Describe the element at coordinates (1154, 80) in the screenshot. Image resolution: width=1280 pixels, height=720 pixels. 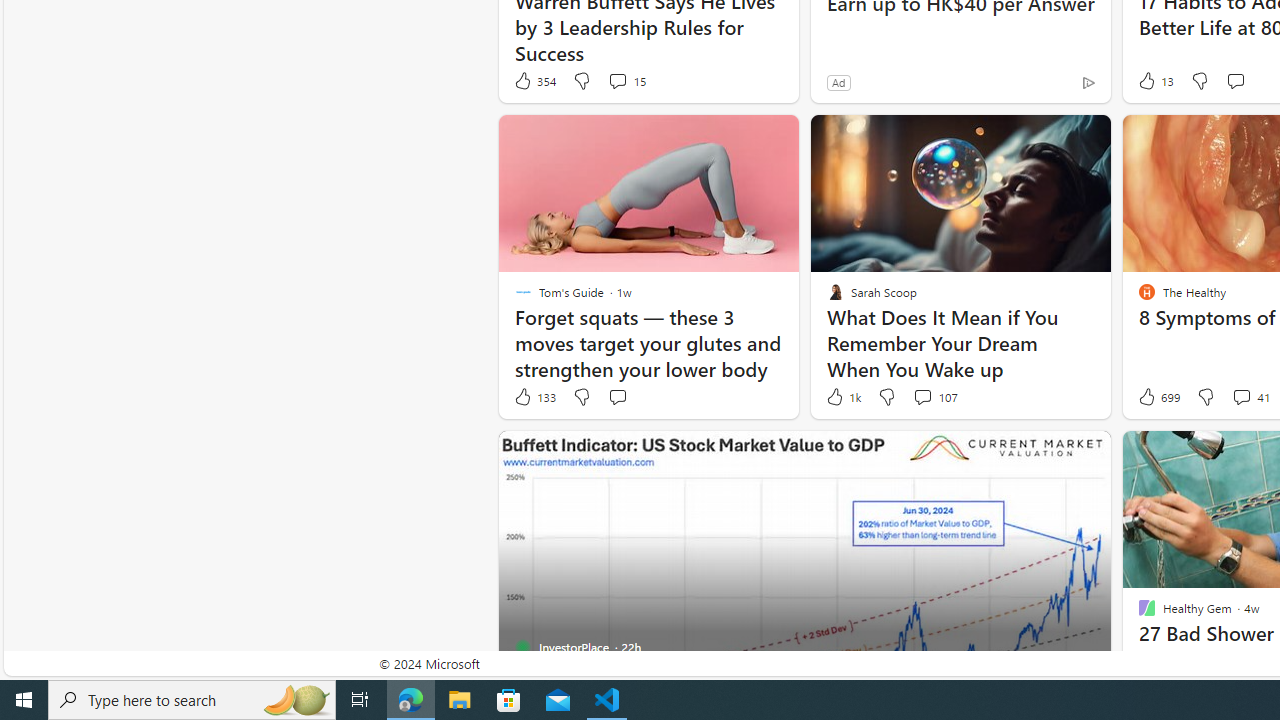
I see `'13 Like'` at that location.